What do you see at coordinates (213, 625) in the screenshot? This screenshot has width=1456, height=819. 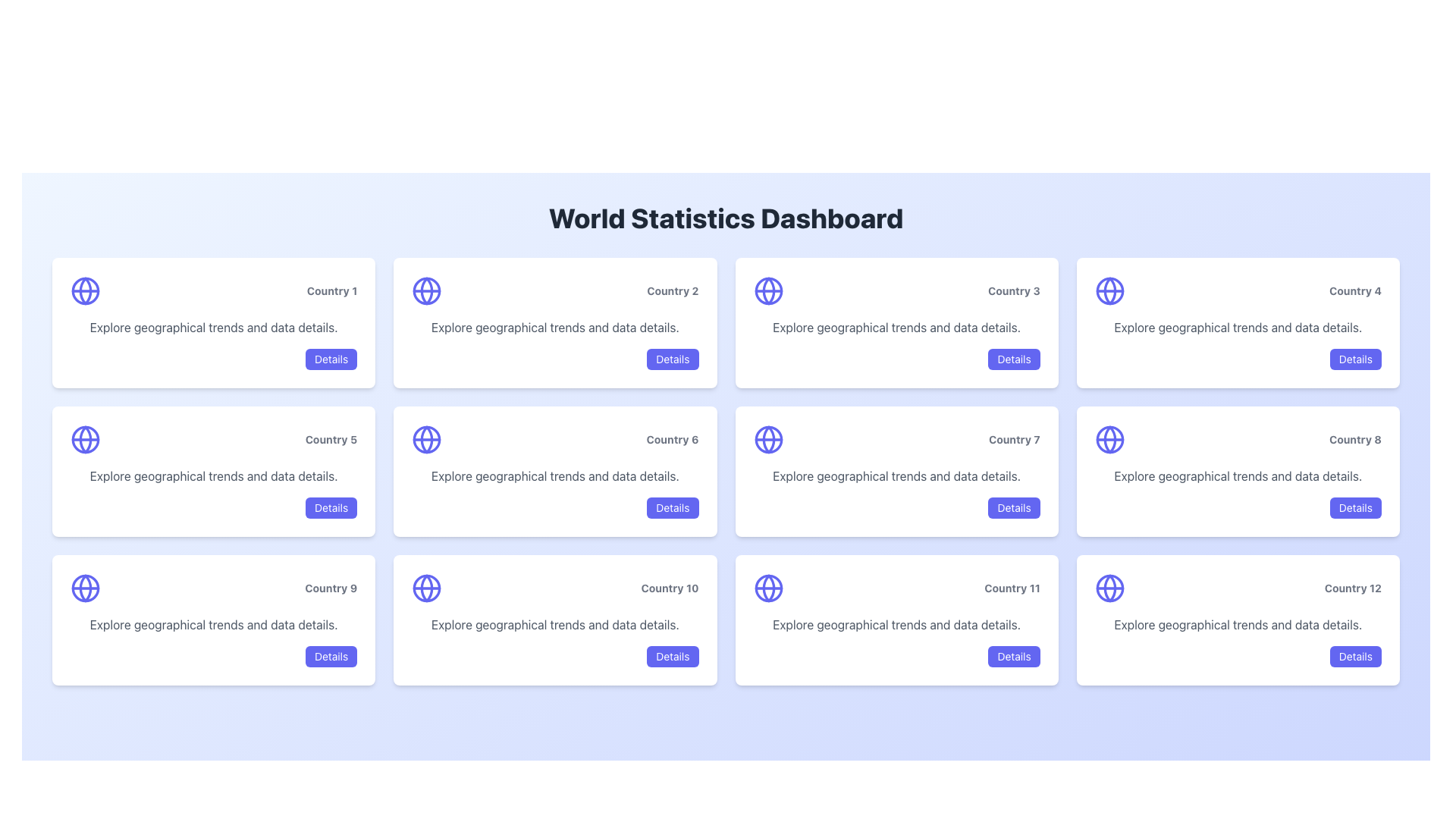 I see `the Text Display element containing the text 'Explore geographical trends and data details.' which is located within the card labeled 'Country 9'` at bounding box center [213, 625].